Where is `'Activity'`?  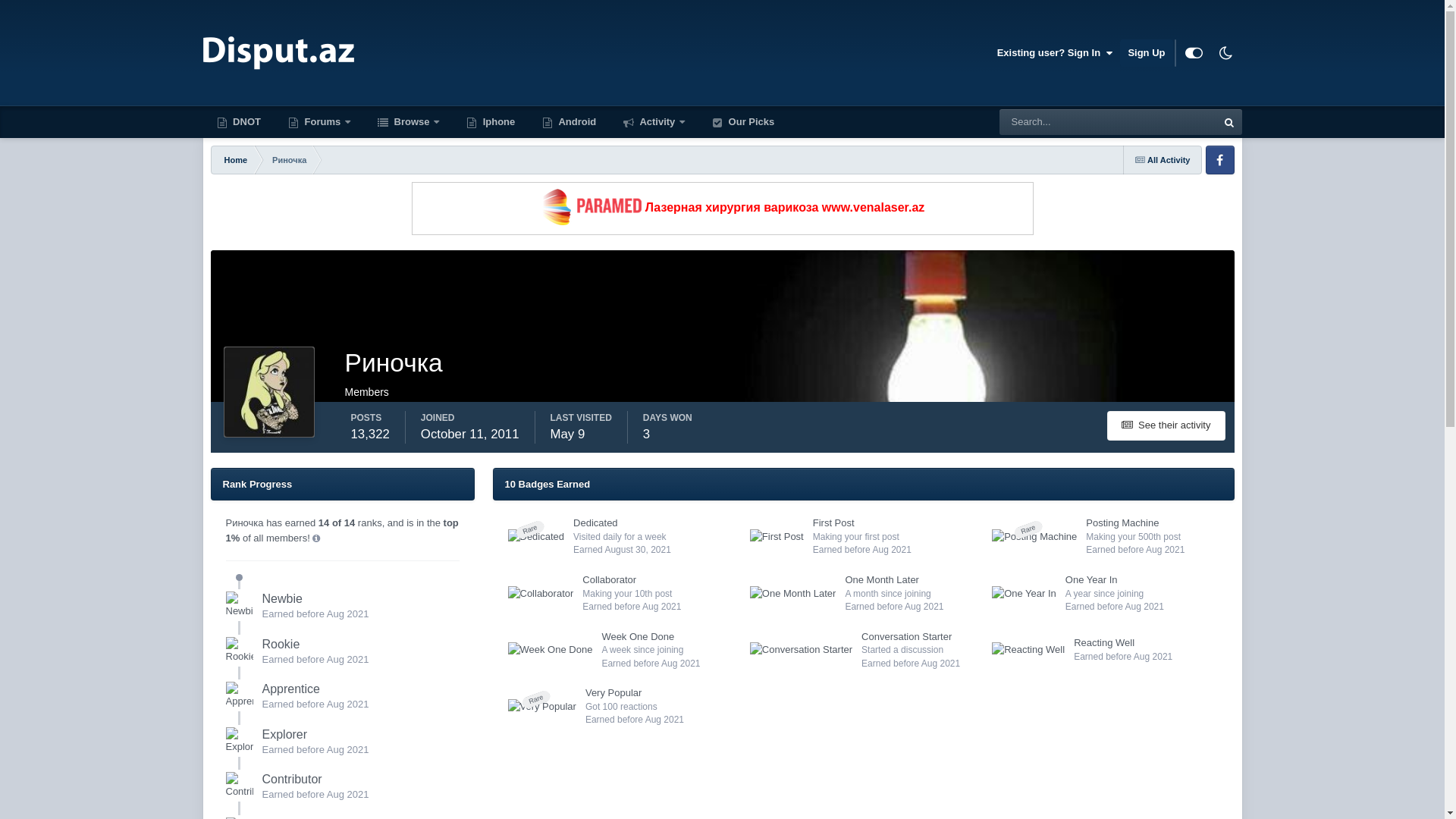 'Activity' is located at coordinates (654, 121).